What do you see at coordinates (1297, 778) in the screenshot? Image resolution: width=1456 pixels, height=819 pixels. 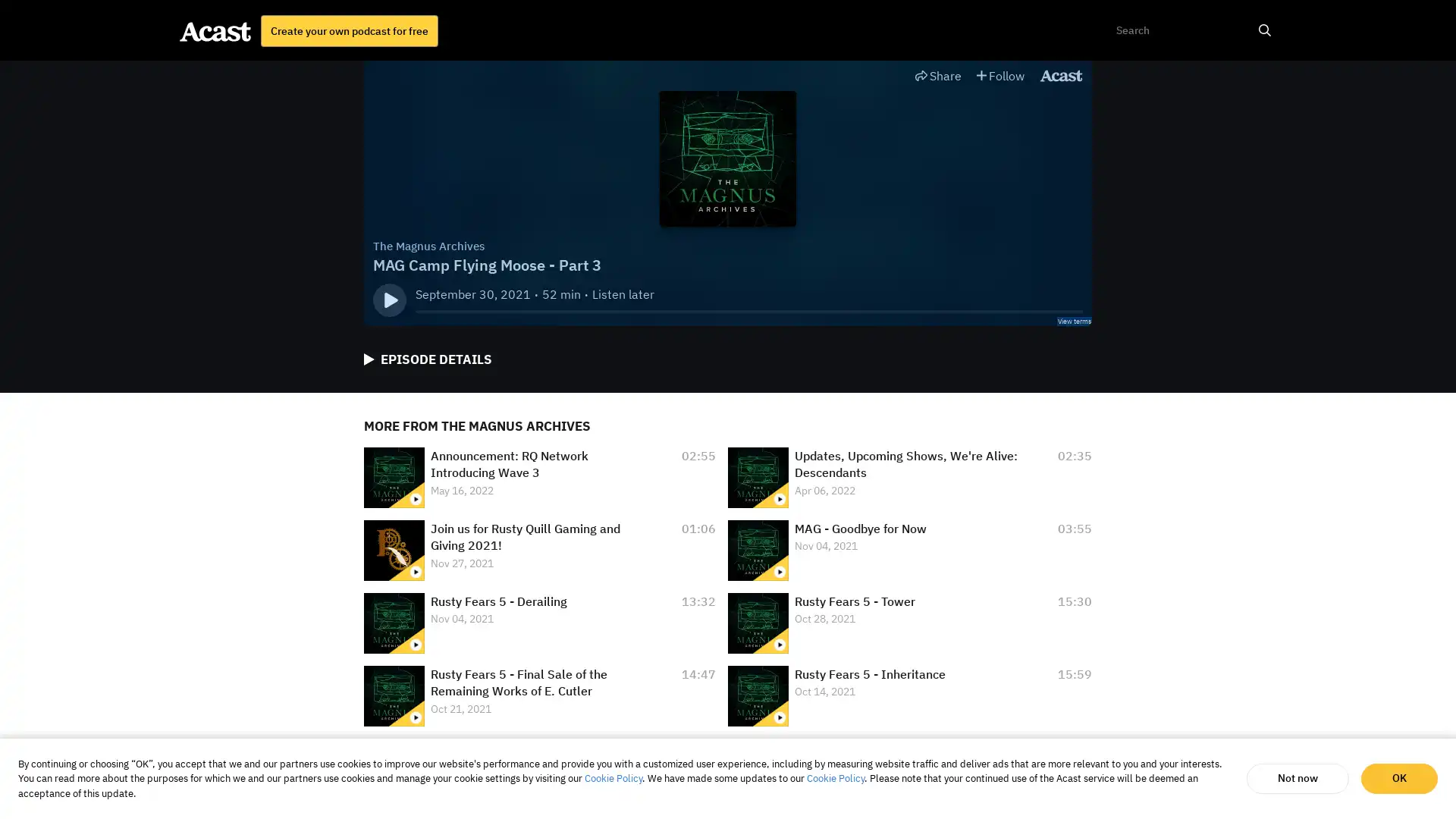 I see `Not now` at bounding box center [1297, 778].